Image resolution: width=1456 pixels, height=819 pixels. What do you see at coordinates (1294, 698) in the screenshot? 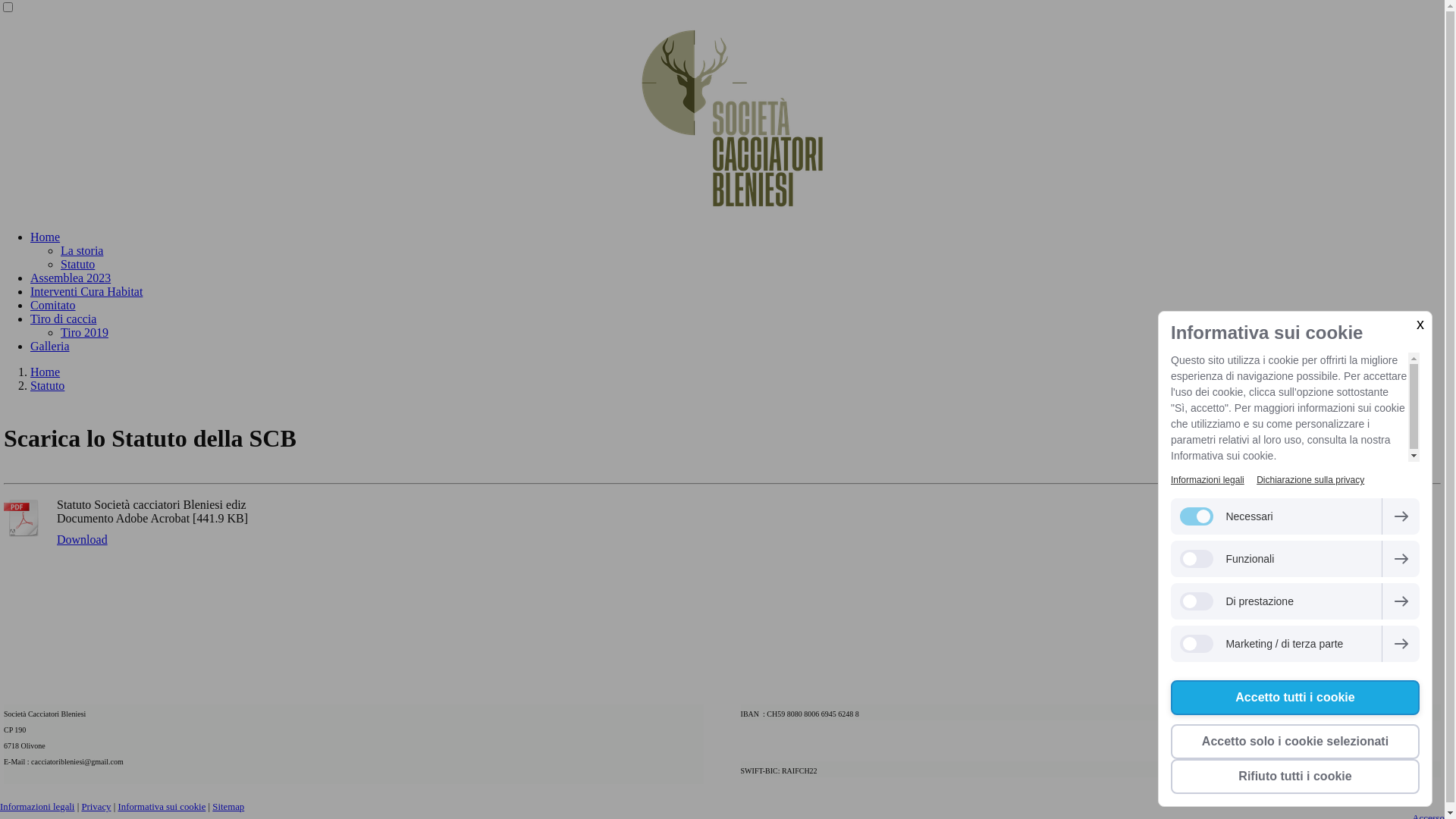
I see `'Accetto tutti i cookie'` at bounding box center [1294, 698].